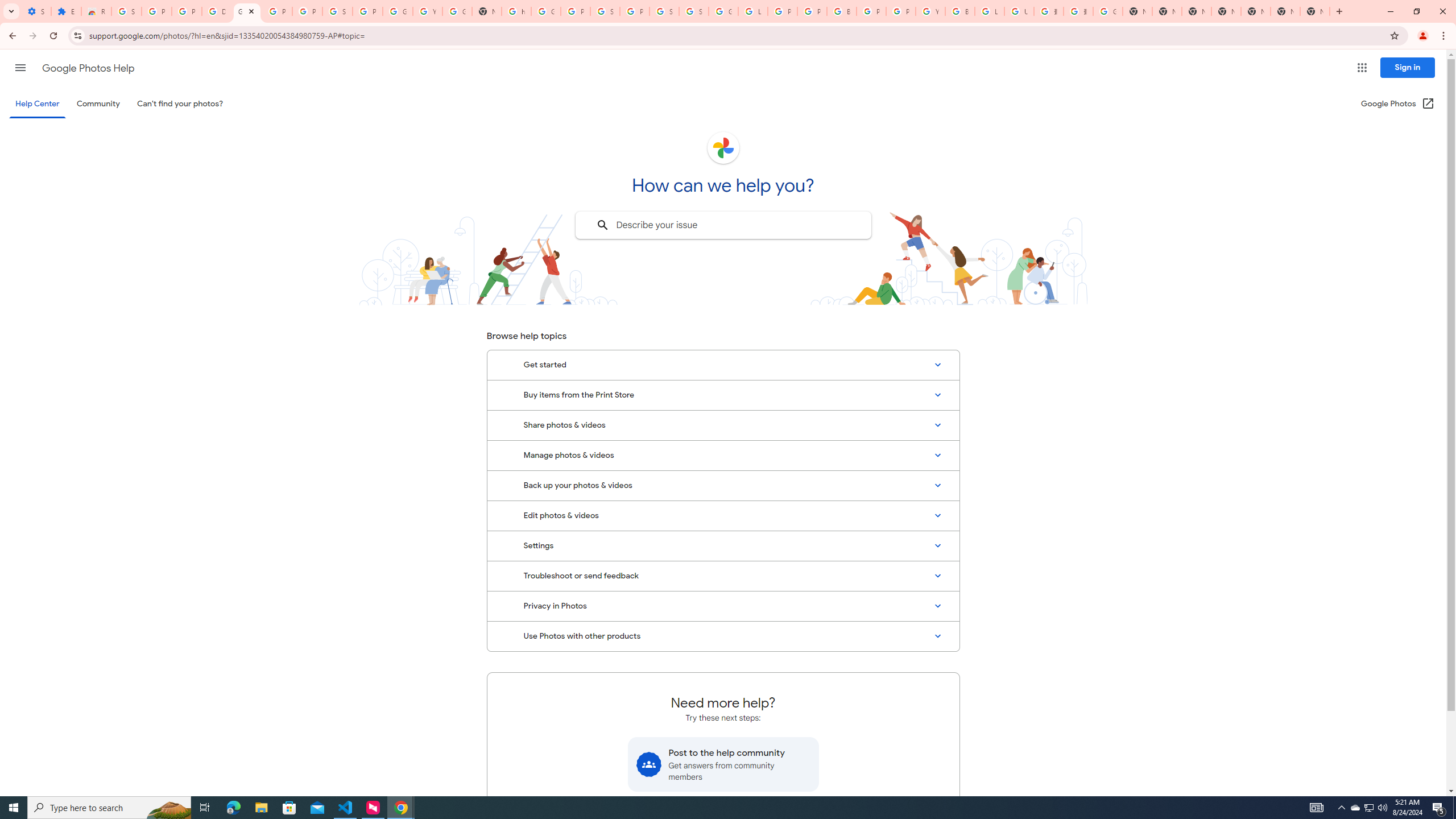 This screenshot has width=1456, height=819. I want to click on 'New Tab', so click(1314, 11).